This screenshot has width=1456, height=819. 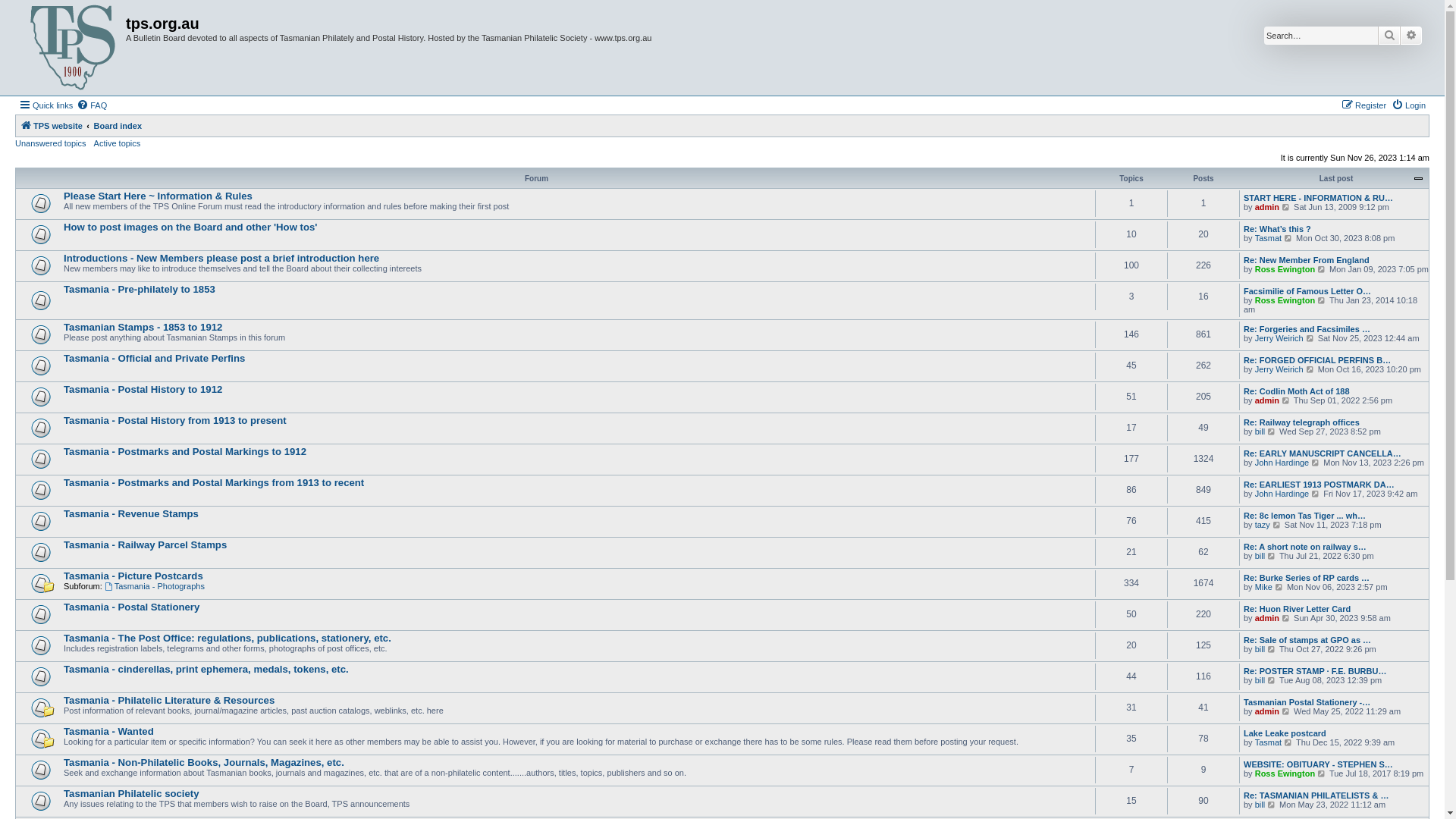 What do you see at coordinates (62, 700) in the screenshot?
I see `'Tasmania - Philatelic Literature & Resources'` at bounding box center [62, 700].